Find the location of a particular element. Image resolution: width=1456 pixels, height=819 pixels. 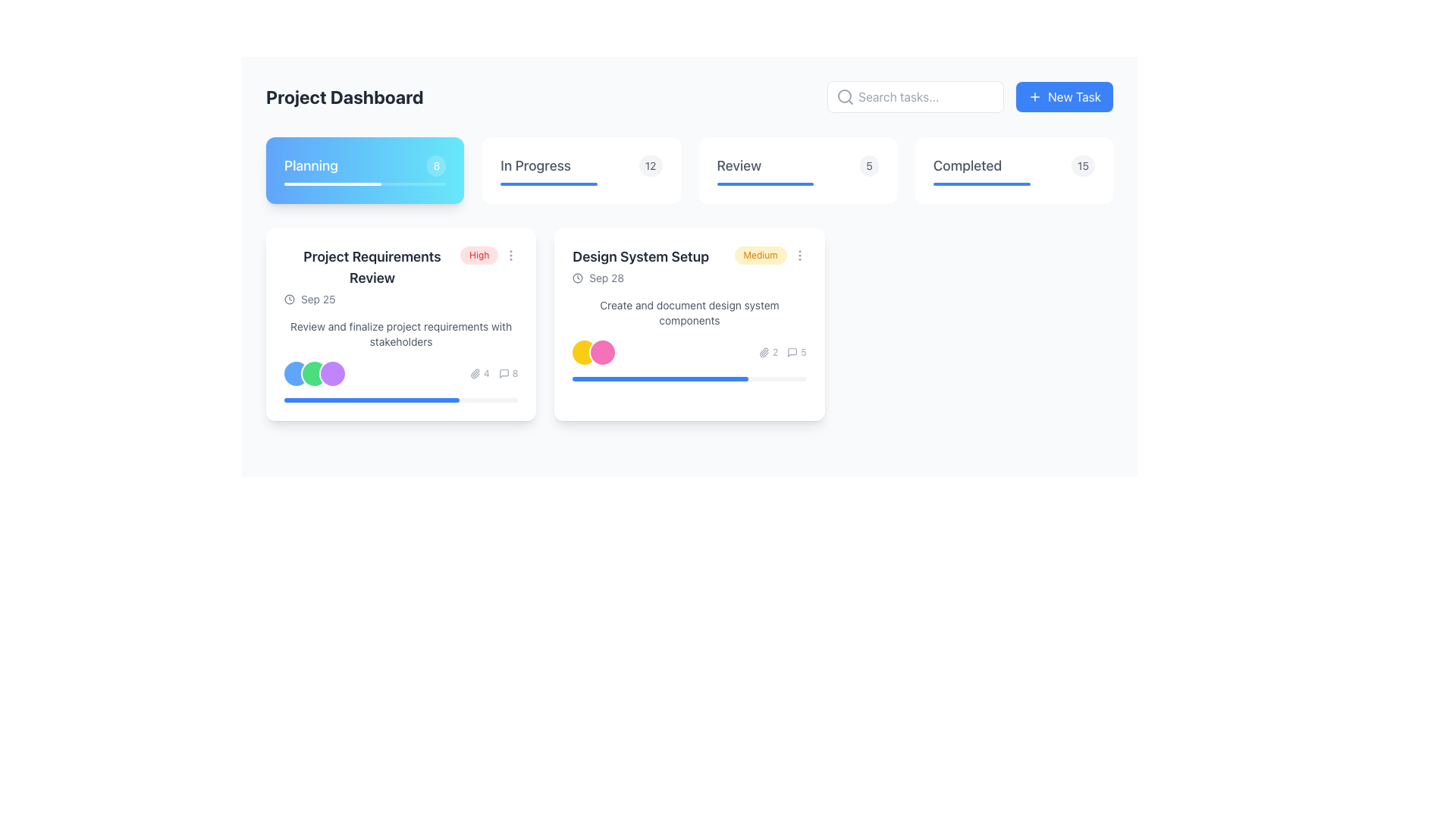

the Progress bar located in the 'In Progress' section, positioned between the 'Planning' and 'Review' sections, representing task completion is located at coordinates (548, 184).